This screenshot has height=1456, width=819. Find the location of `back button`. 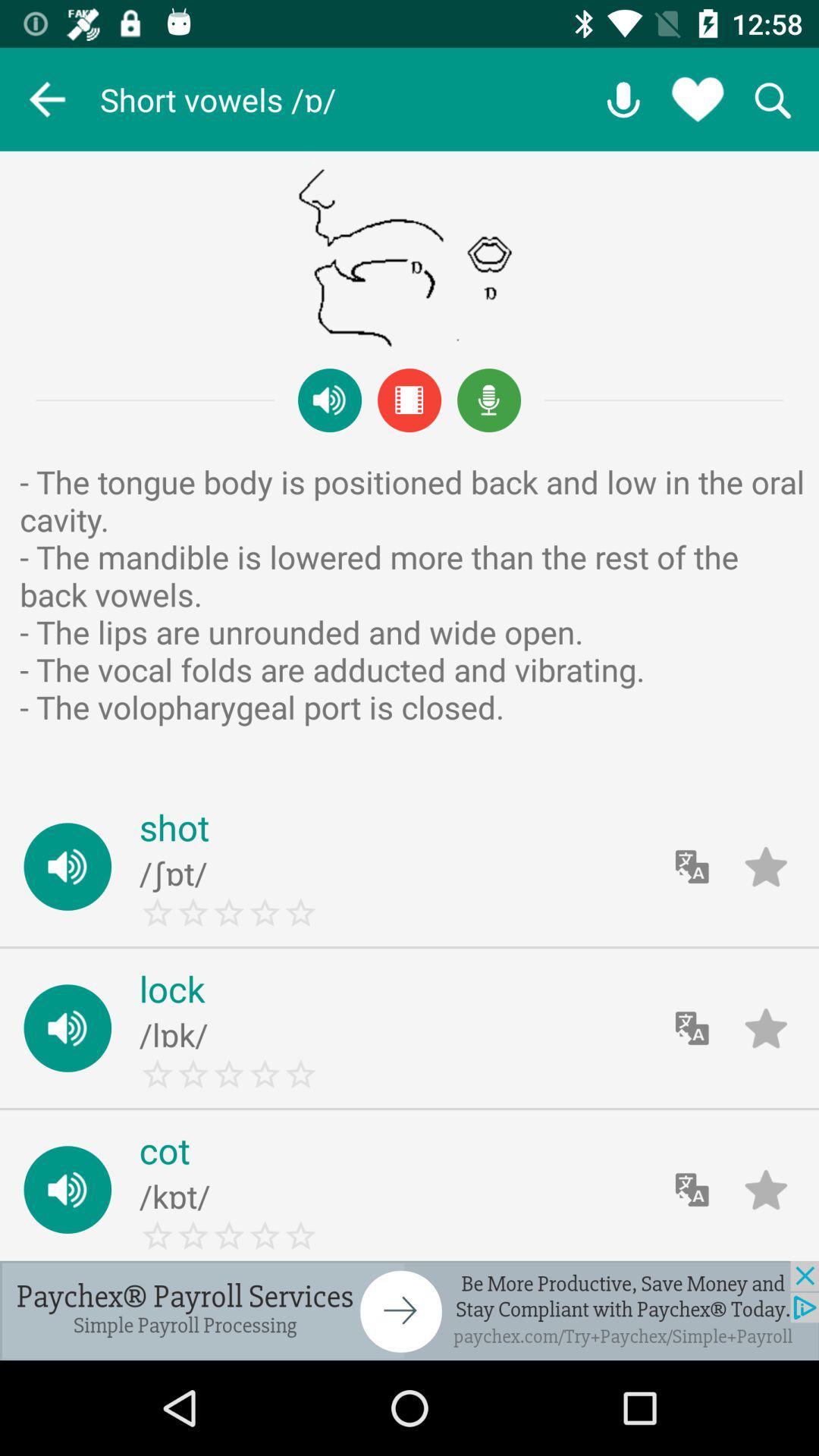

back button is located at coordinates (46, 99).